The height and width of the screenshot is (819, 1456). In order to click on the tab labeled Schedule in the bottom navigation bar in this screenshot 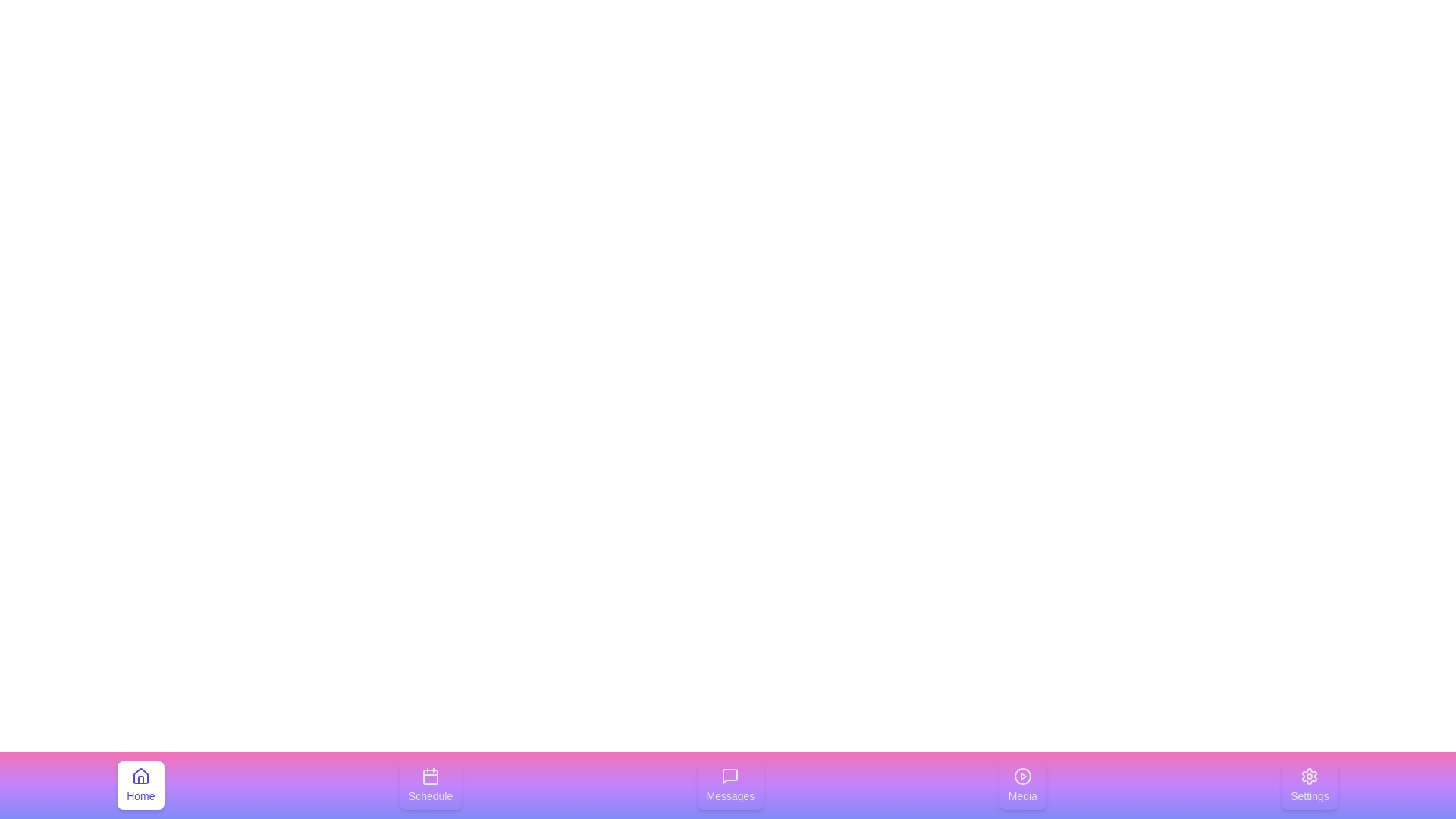, I will do `click(429, 785)`.